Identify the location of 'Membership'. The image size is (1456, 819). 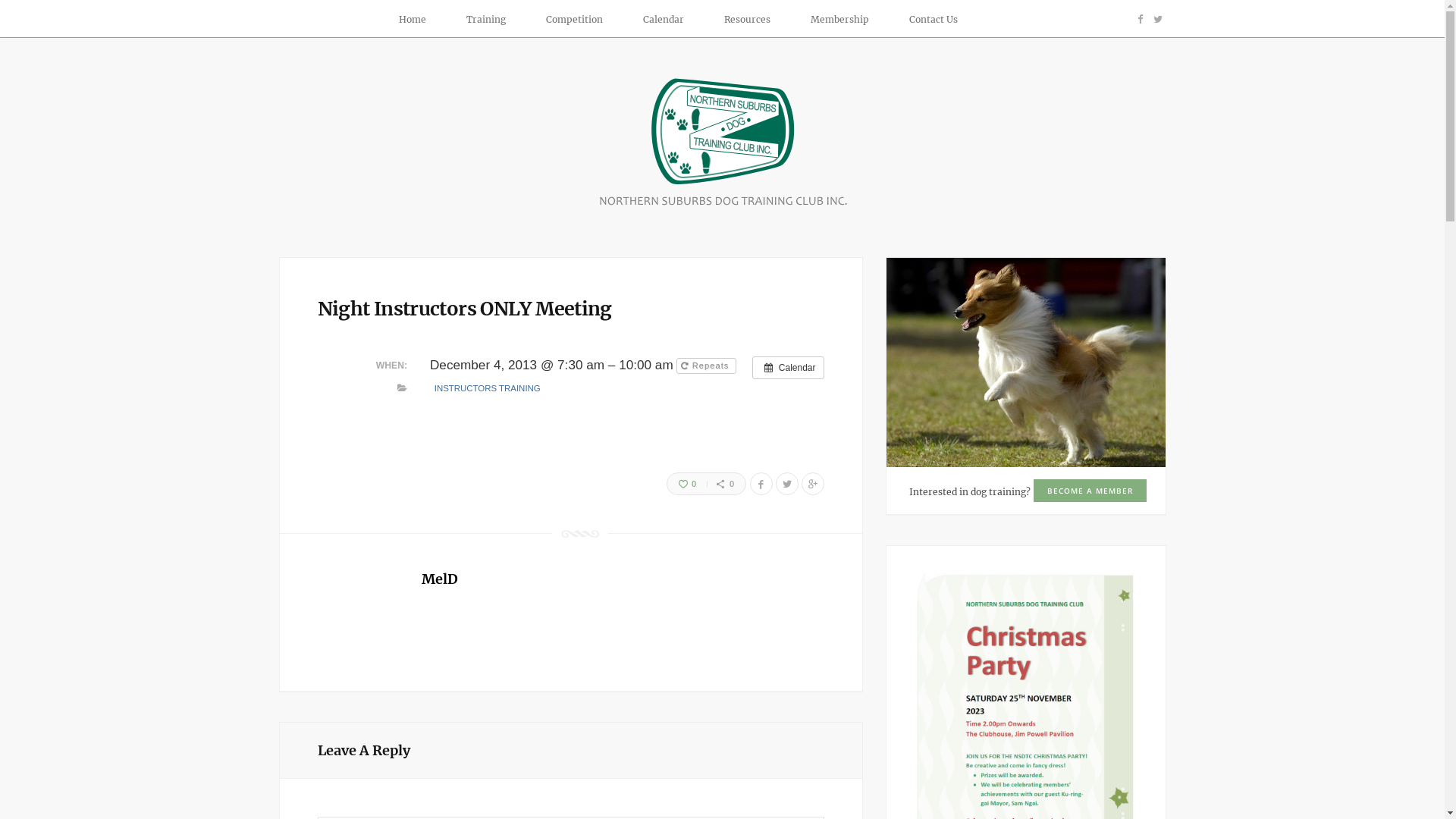
(796, 20).